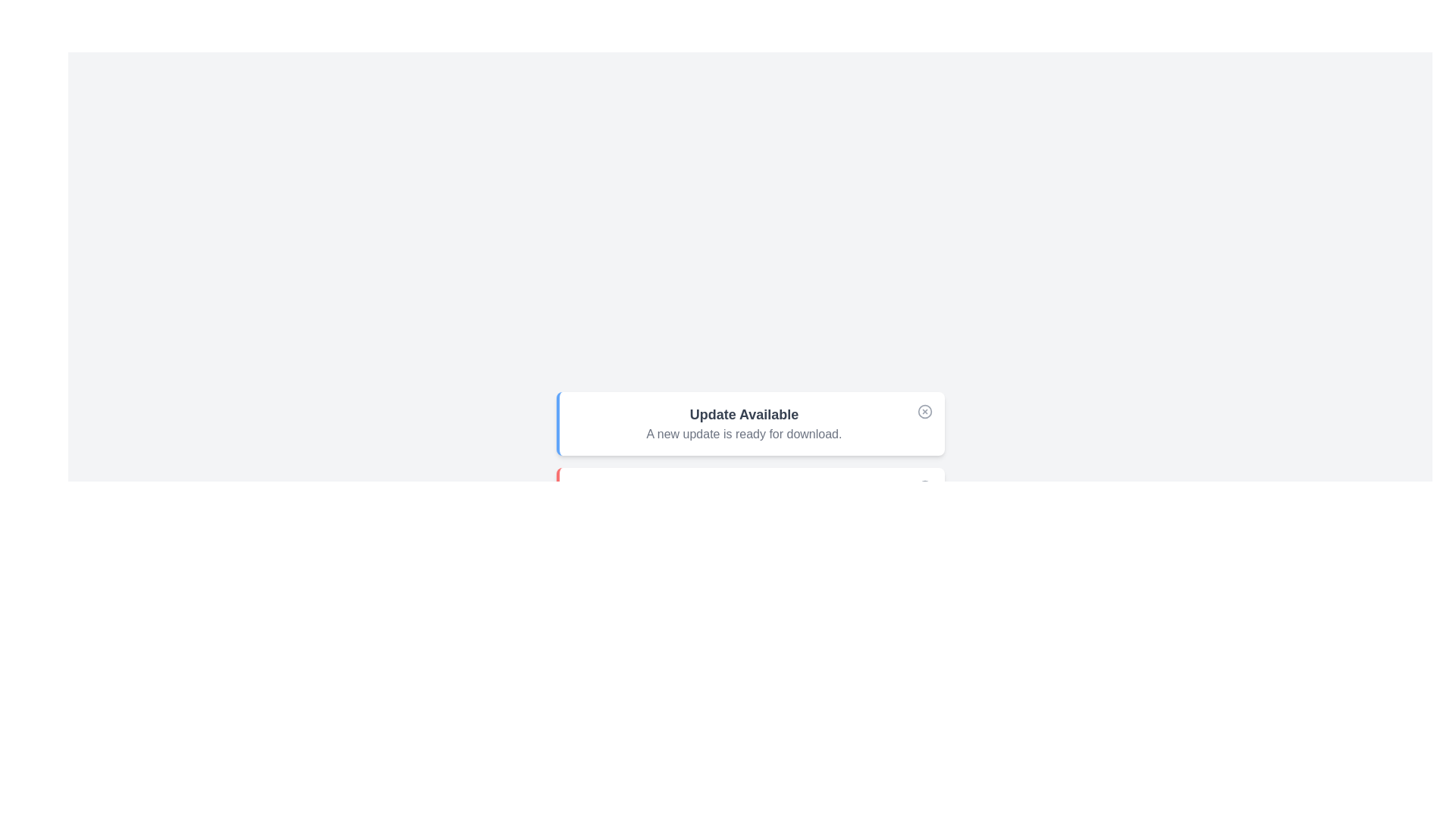  What do you see at coordinates (924, 412) in the screenshot?
I see `the close button of the alert to dismiss it` at bounding box center [924, 412].